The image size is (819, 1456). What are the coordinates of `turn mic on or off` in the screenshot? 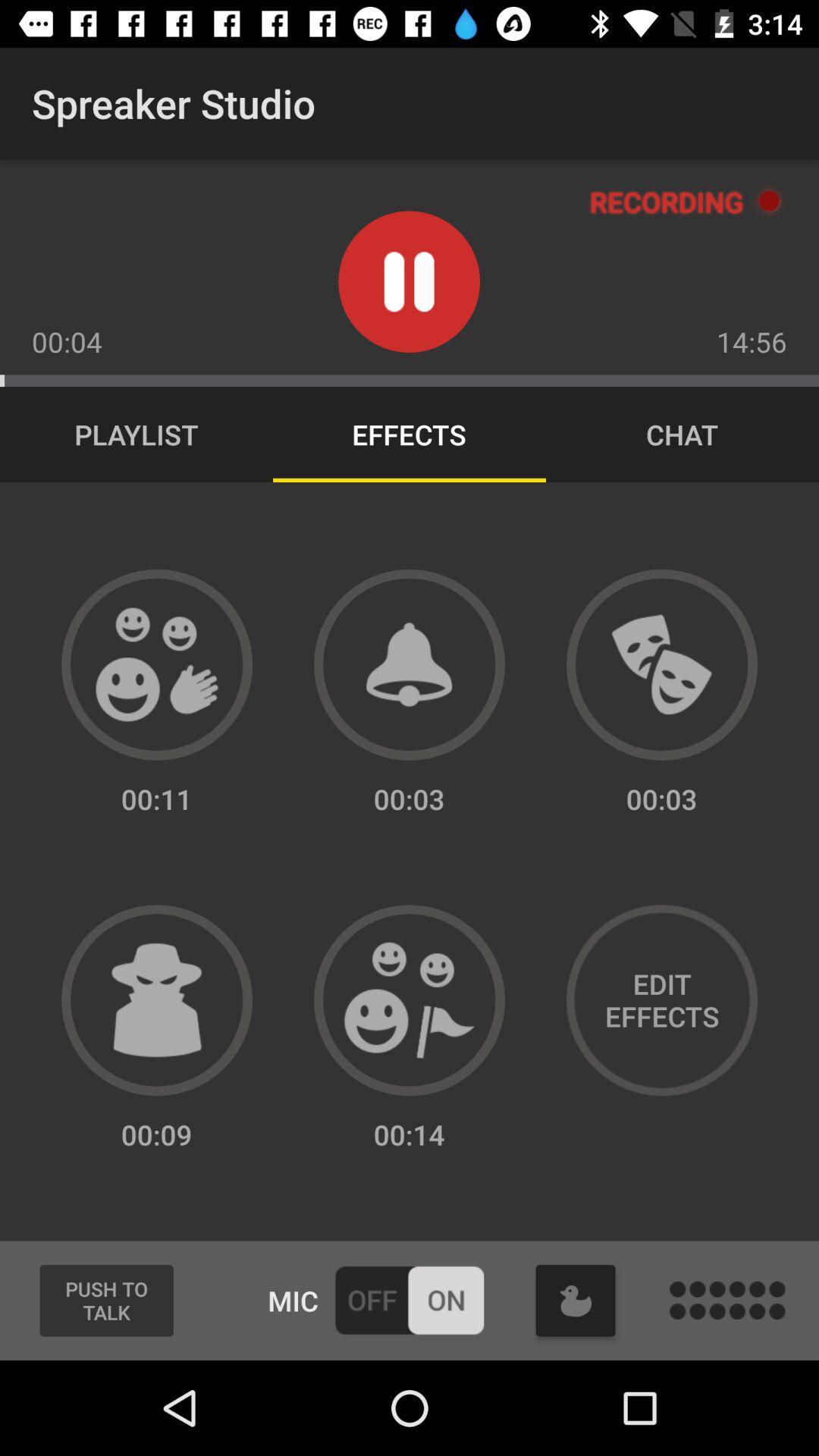 It's located at (408, 1299).